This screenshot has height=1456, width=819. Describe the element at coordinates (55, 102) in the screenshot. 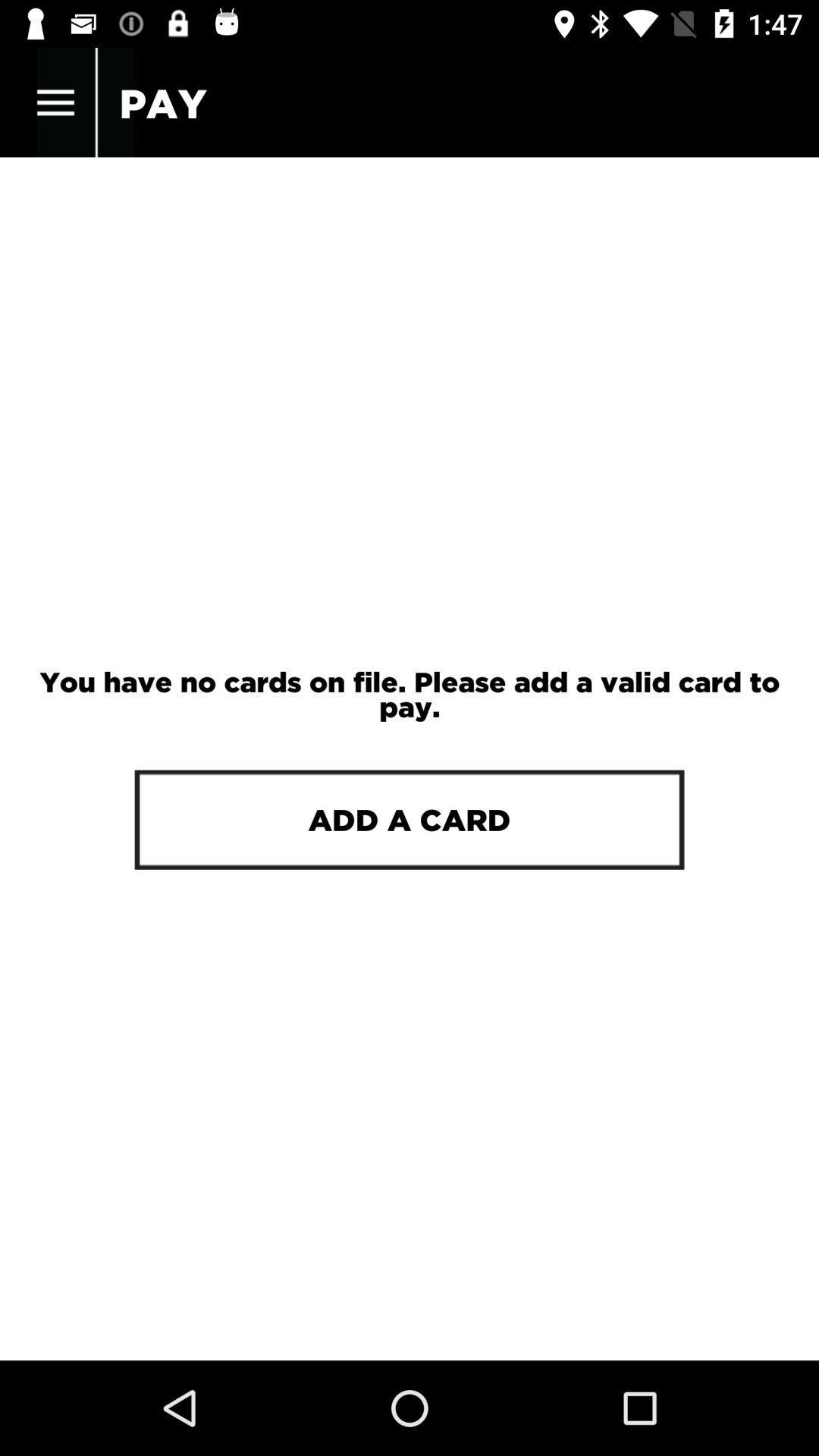

I see `the item above you have no icon` at that location.